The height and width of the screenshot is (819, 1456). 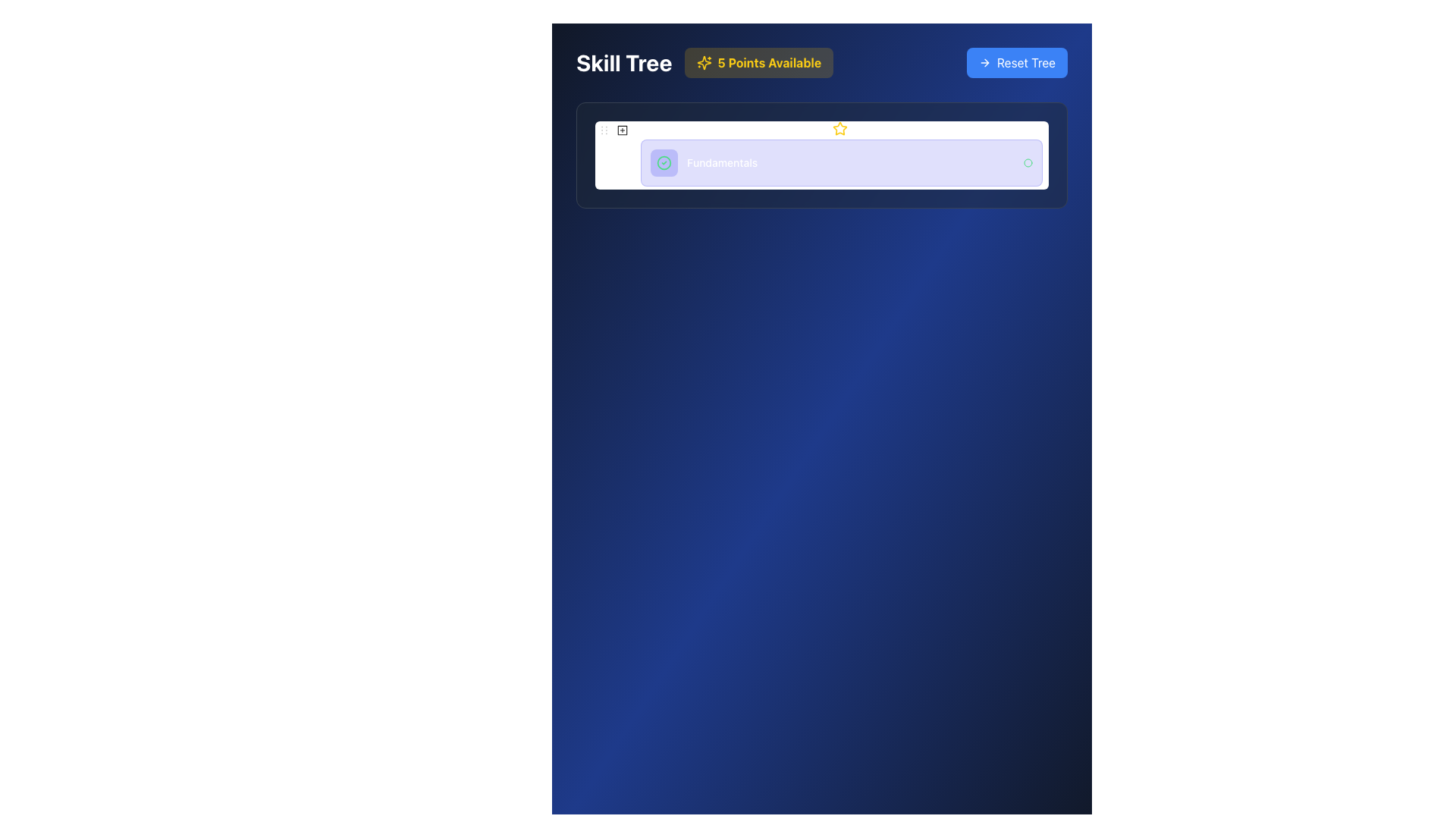 I want to click on the star icon used for marking items as favorites or rating components, located in the middle of the skill tree interface near the 'Fundamentals' label and above the skill box, so click(x=839, y=127).